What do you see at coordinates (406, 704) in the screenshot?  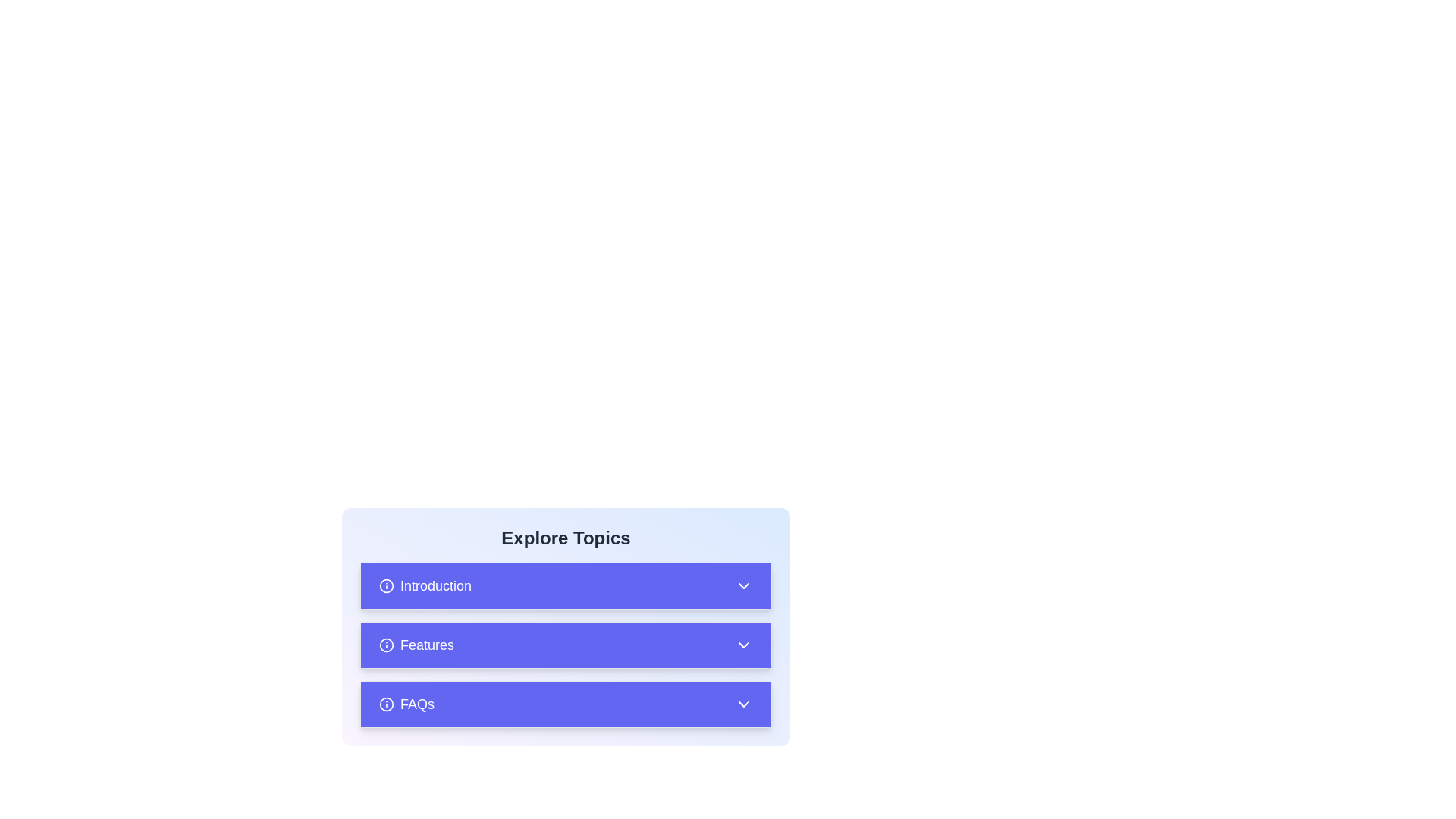 I see `the FAQ button-like label at the bottom of the 'Explore Topics' section` at bounding box center [406, 704].